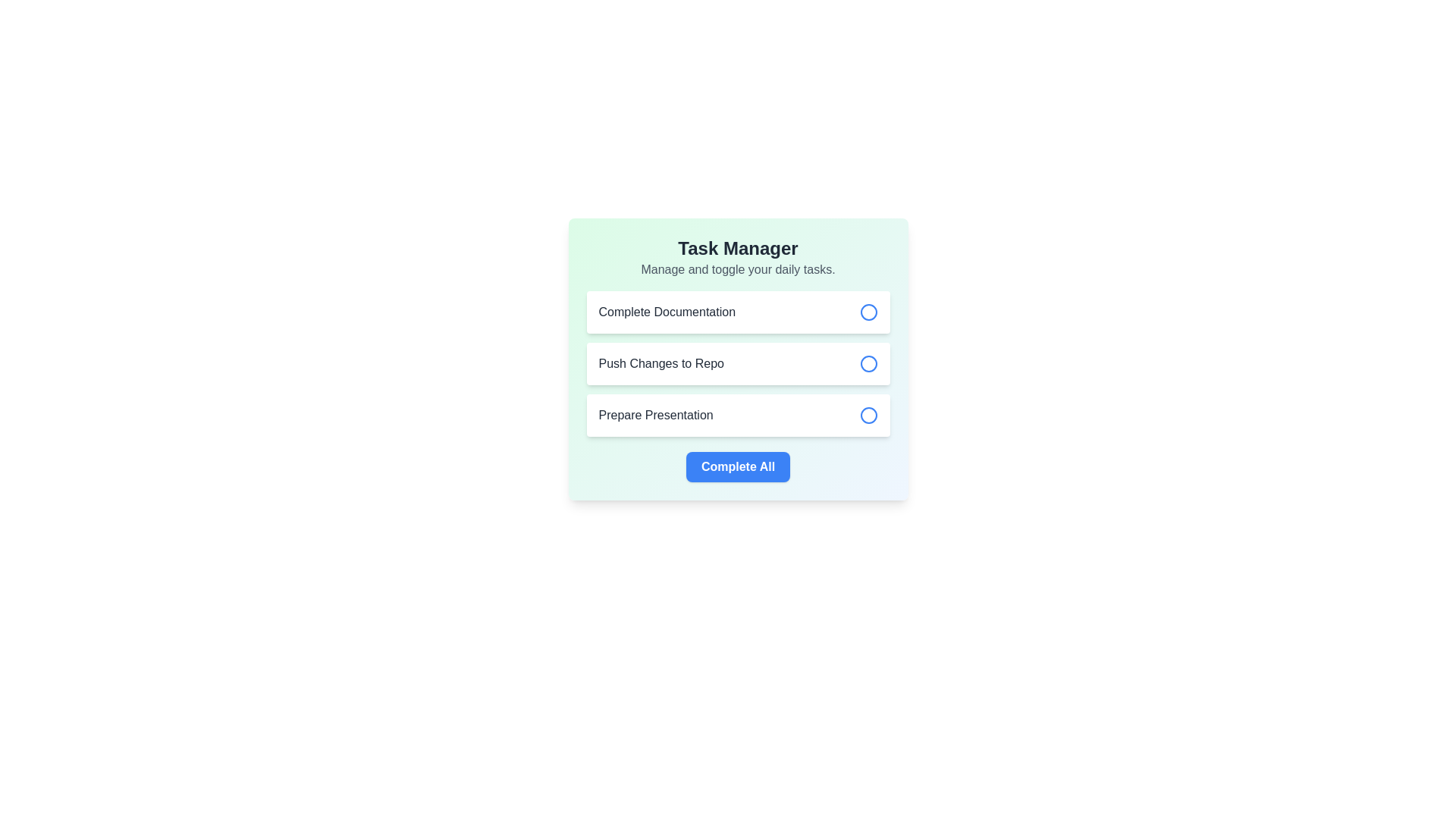 The height and width of the screenshot is (819, 1456). What do you see at coordinates (738, 466) in the screenshot?
I see `the 'Complete All' button with blue background and white text to observe the background color change` at bounding box center [738, 466].